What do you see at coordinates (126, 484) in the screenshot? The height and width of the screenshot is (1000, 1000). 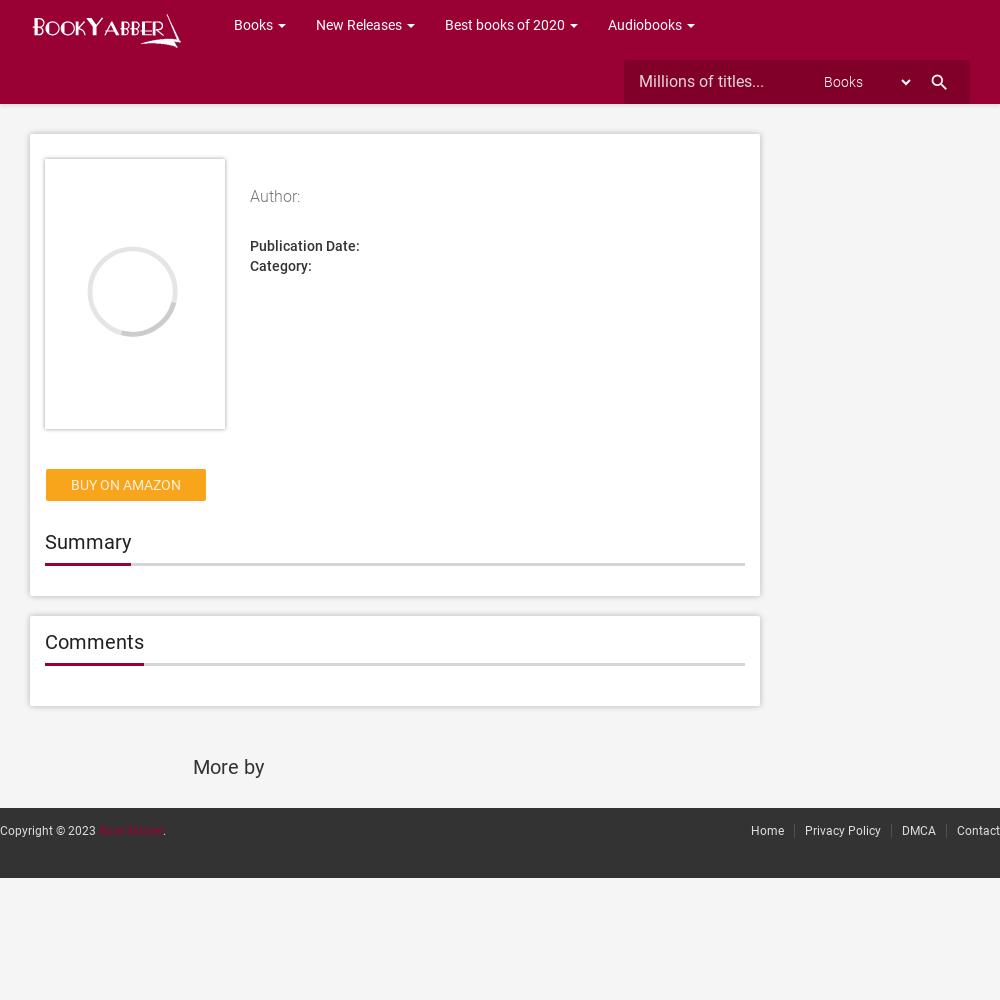 I see `'Buy on Amazon'` at bounding box center [126, 484].